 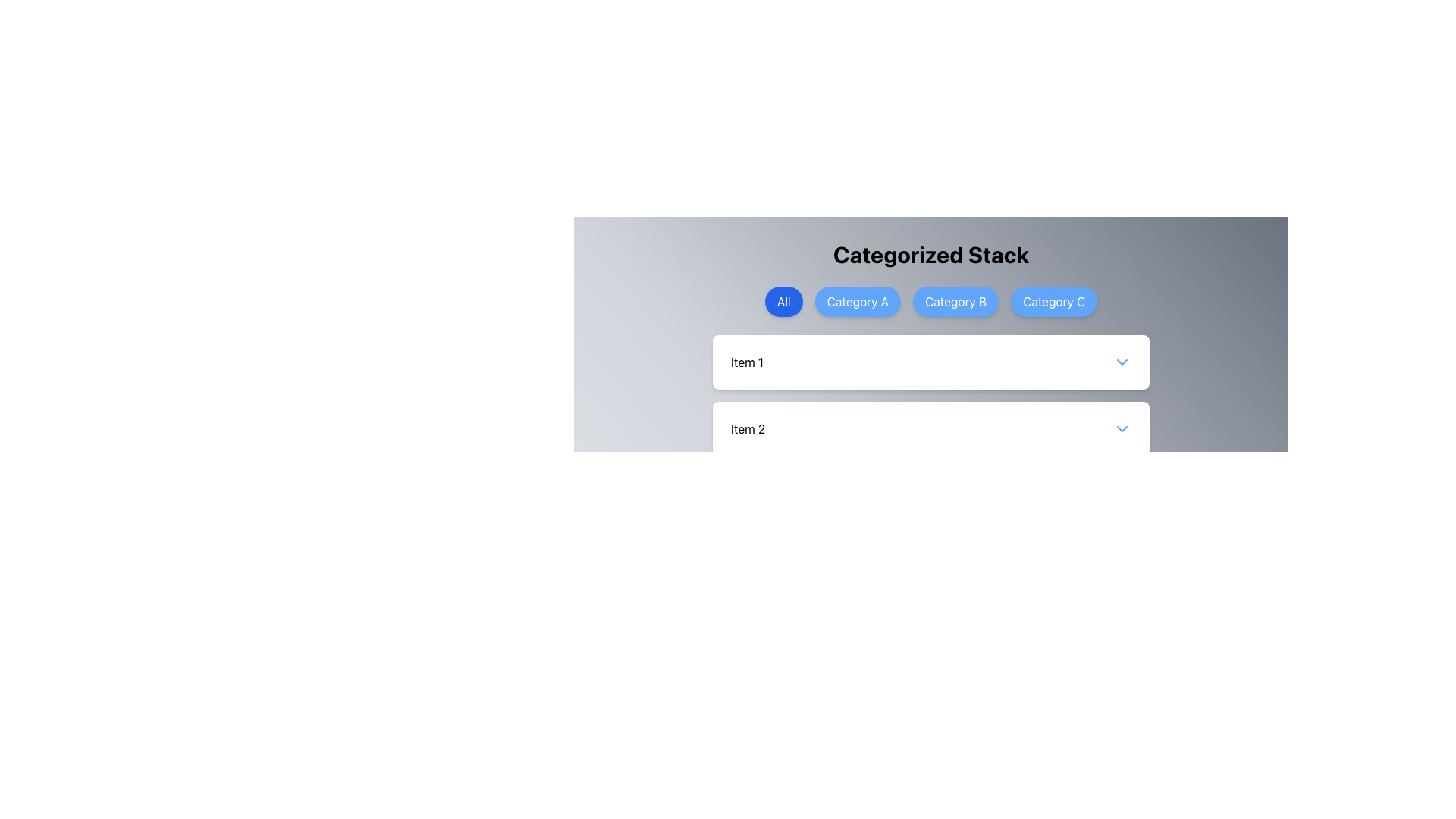 What do you see at coordinates (955, 301) in the screenshot?
I see `the third button labeled 'Category B' located below the 'Categorized Stack' heading` at bounding box center [955, 301].